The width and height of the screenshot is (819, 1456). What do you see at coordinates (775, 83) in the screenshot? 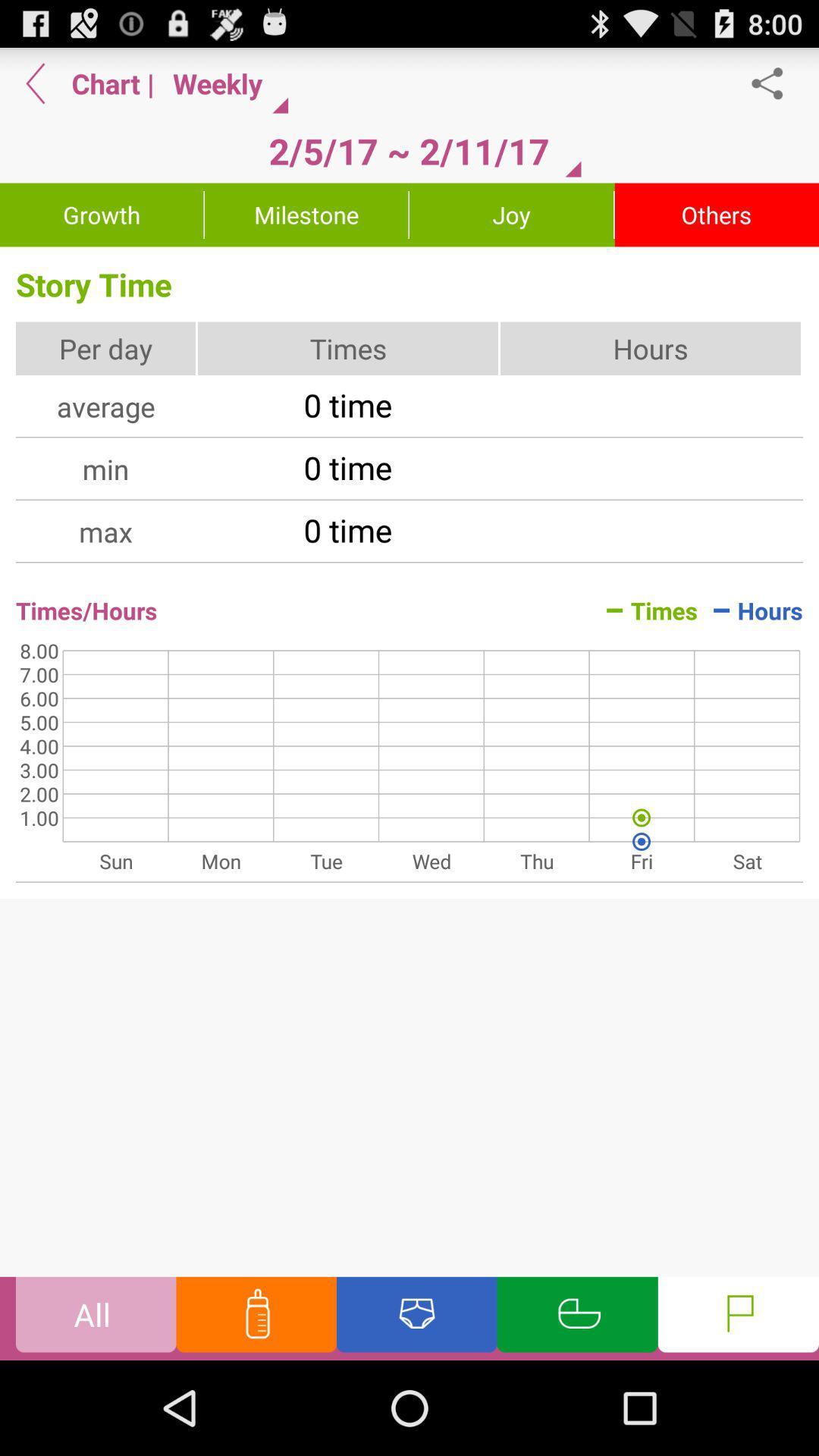
I see `the icon above the others button` at bounding box center [775, 83].